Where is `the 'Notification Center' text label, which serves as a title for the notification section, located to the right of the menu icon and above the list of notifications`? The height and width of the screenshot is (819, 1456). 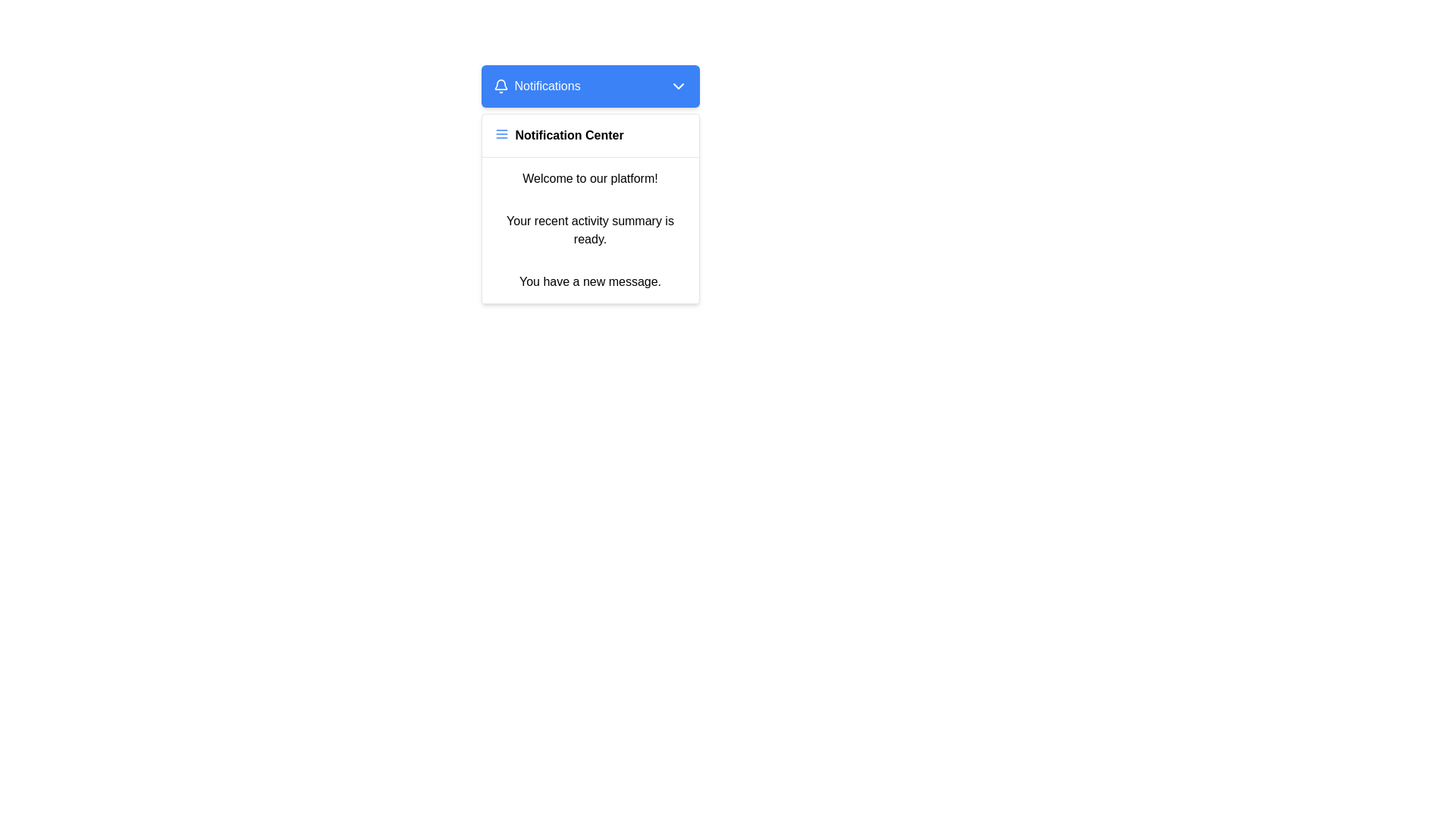
the 'Notification Center' text label, which serves as a title for the notification section, located to the right of the menu icon and above the list of notifications is located at coordinates (569, 134).